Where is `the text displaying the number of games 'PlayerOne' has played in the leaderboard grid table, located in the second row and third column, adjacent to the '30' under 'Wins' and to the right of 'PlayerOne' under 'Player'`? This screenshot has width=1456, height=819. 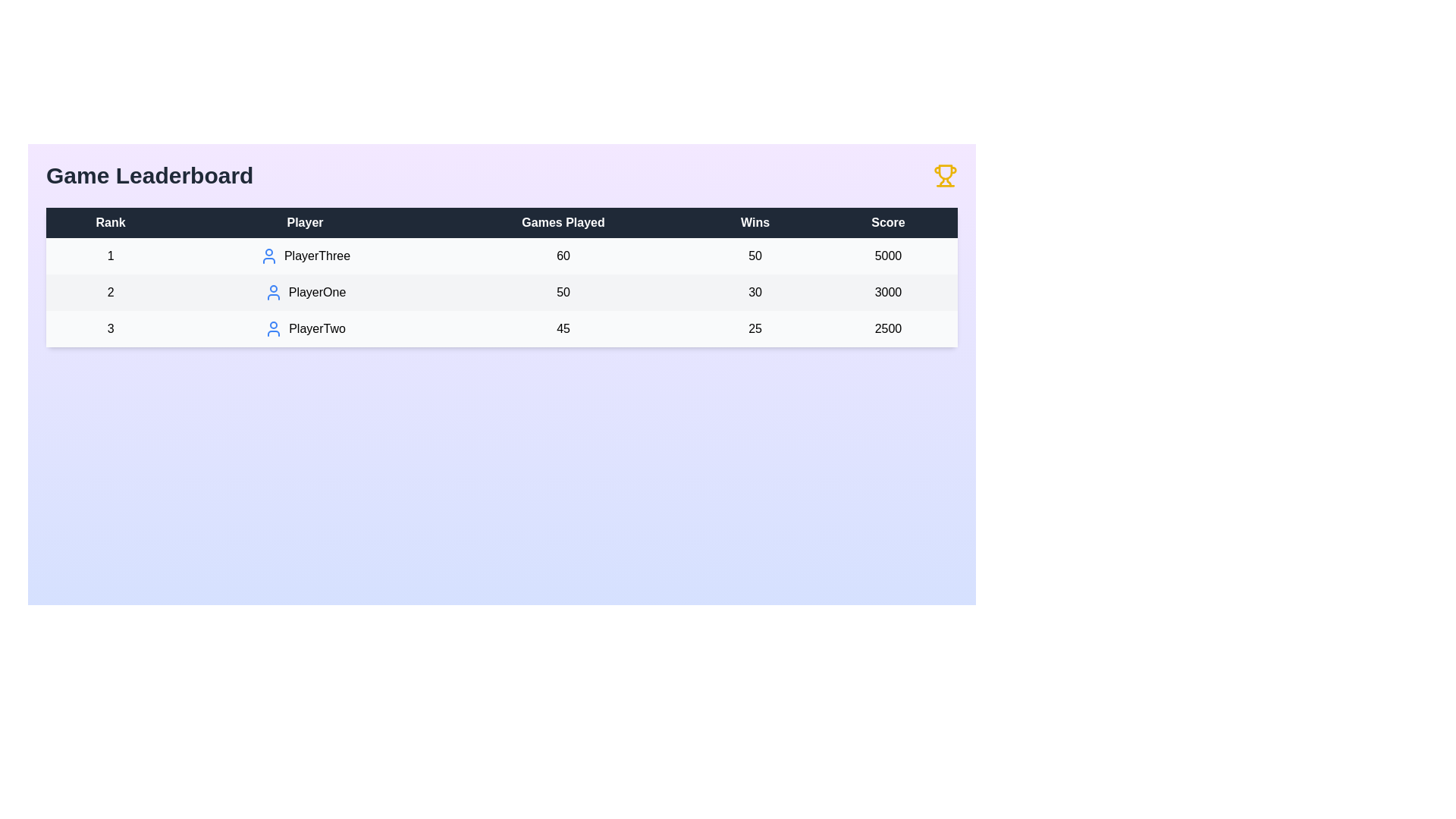
the text displaying the number of games 'PlayerOne' has played in the leaderboard grid table, located in the second row and third column, adjacent to the '30' under 'Wins' and to the right of 'PlayerOne' under 'Player' is located at coordinates (563, 292).